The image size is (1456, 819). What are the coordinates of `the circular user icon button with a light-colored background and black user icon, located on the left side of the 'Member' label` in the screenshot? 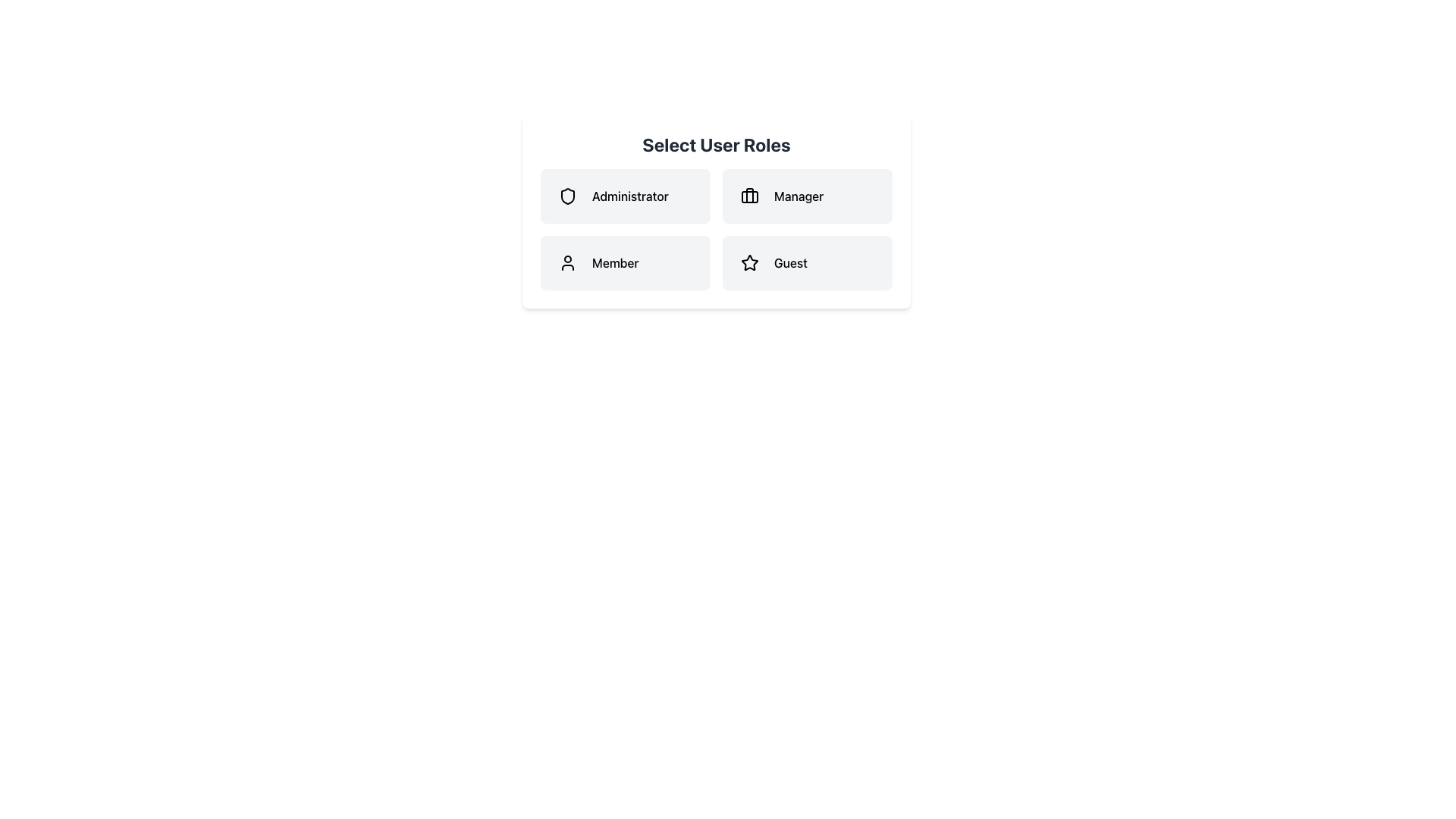 It's located at (566, 262).